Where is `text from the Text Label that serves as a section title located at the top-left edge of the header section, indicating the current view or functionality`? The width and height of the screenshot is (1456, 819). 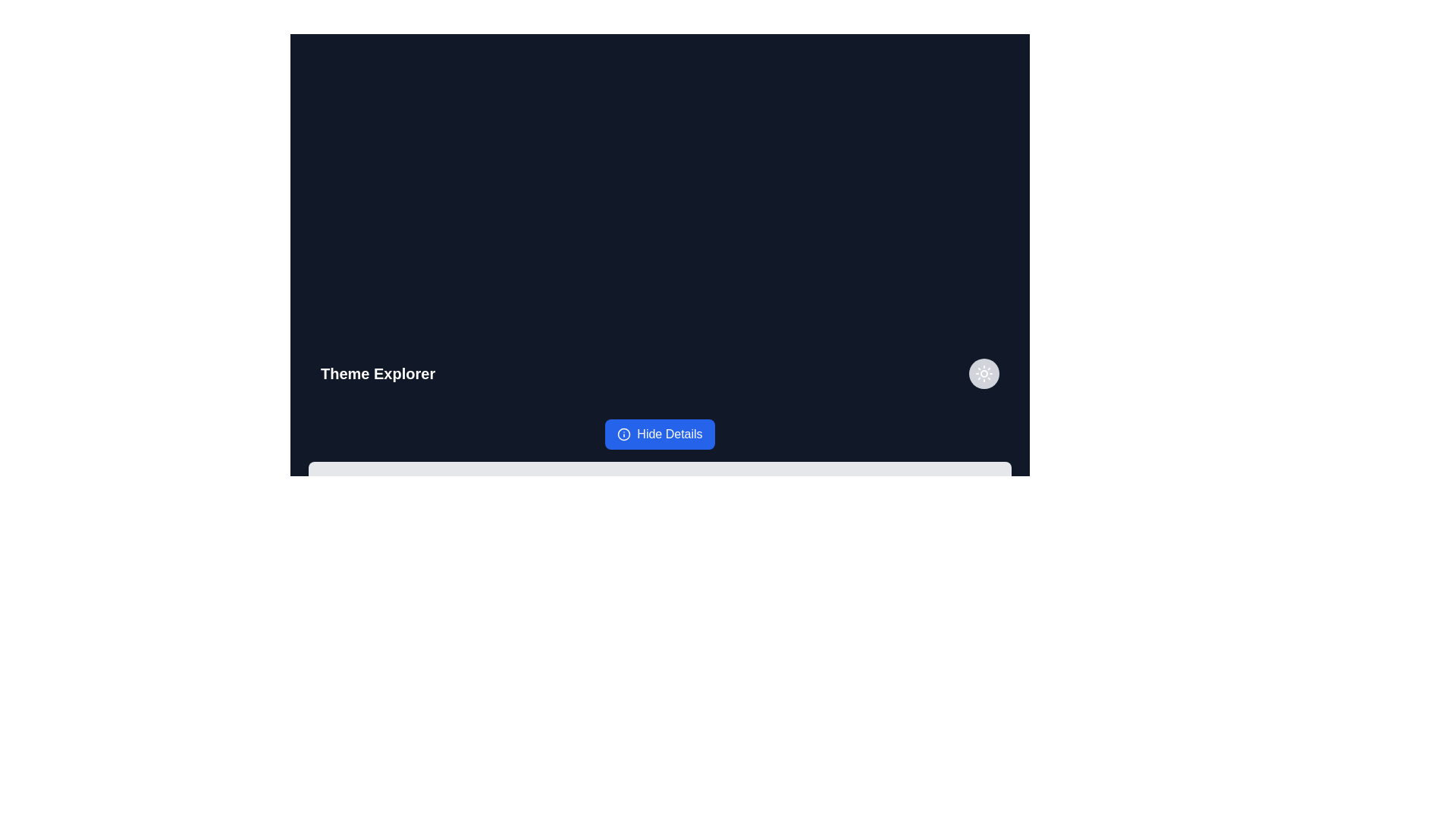 text from the Text Label that serves as a section title located at the top-left edge of the header section, indicating the current view or functionality is located at coordinates (378, 374).